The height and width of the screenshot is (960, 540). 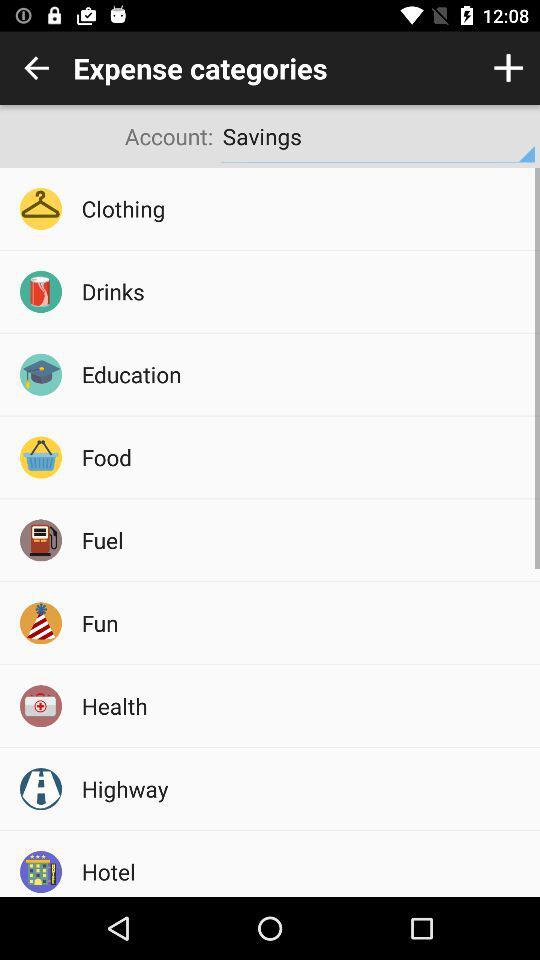 What do you see at coordinates (508, 68) in the screenshot?
I see `the item next to expense categories item` at bounding box center [508, 68].